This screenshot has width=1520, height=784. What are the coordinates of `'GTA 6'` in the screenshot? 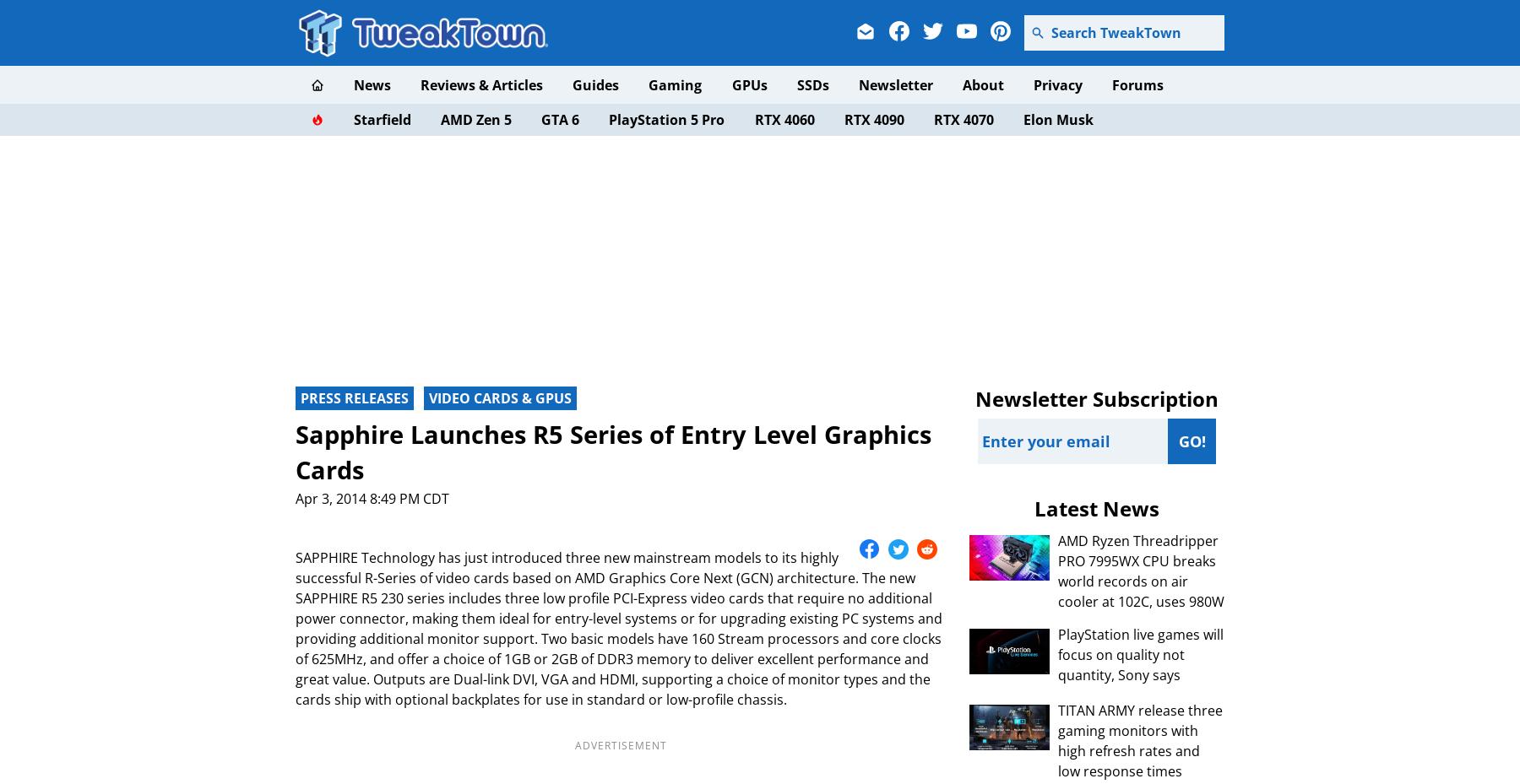 It's located at (540, 119).